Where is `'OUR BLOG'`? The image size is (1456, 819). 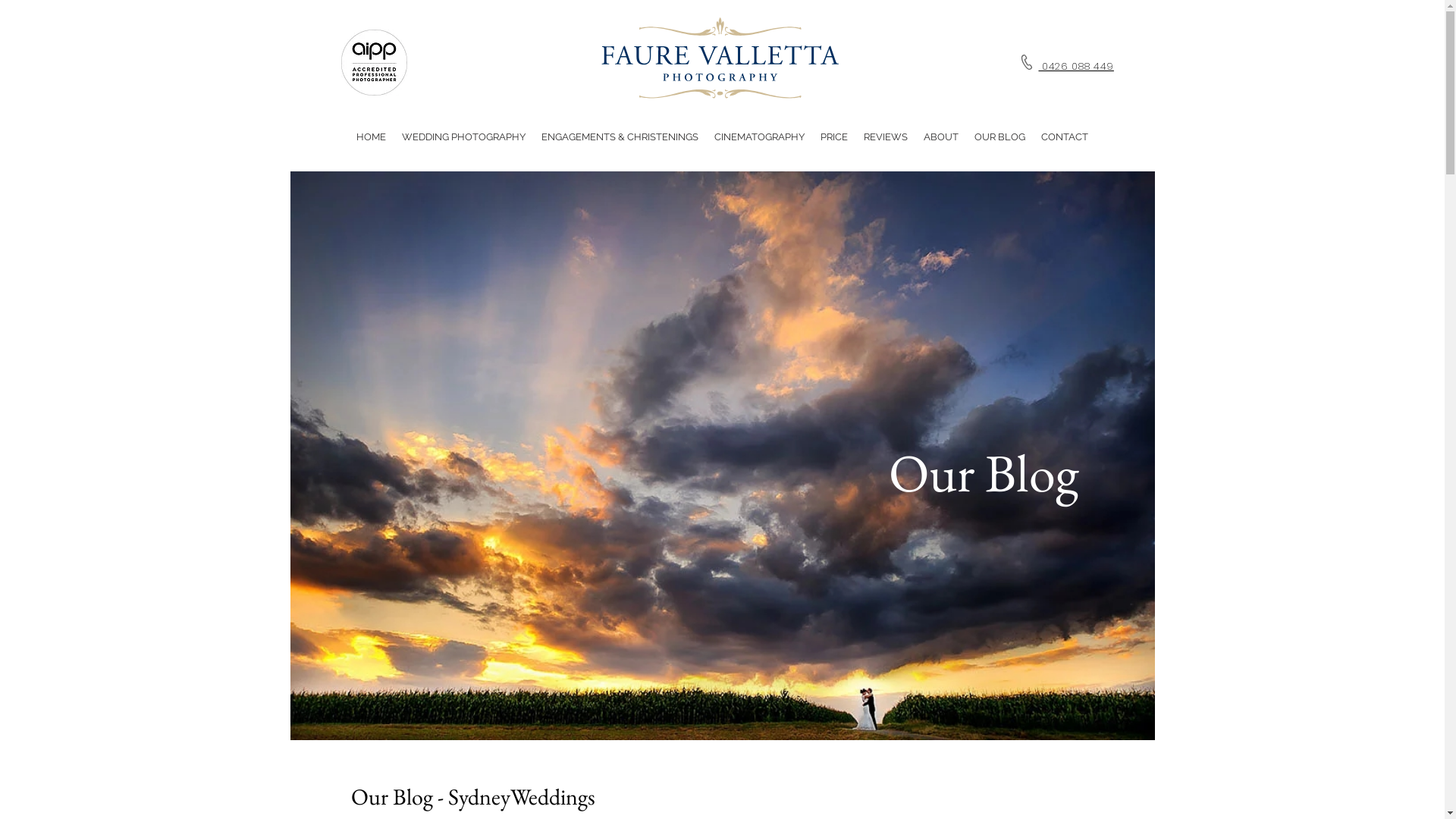
'OUR BLOG' is located at coordinates (999, 136).